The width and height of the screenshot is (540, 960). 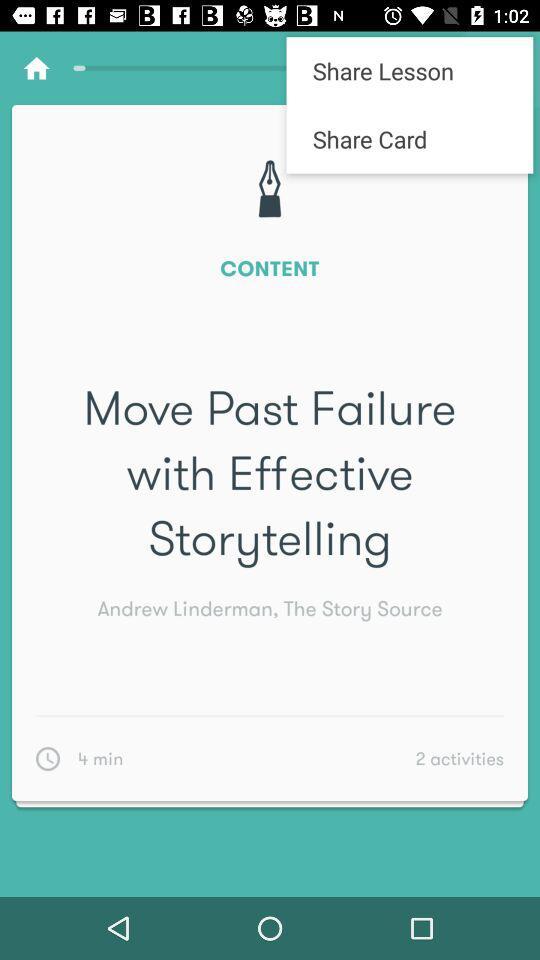 I want to click on the home icon, so click(x=36, y=68).